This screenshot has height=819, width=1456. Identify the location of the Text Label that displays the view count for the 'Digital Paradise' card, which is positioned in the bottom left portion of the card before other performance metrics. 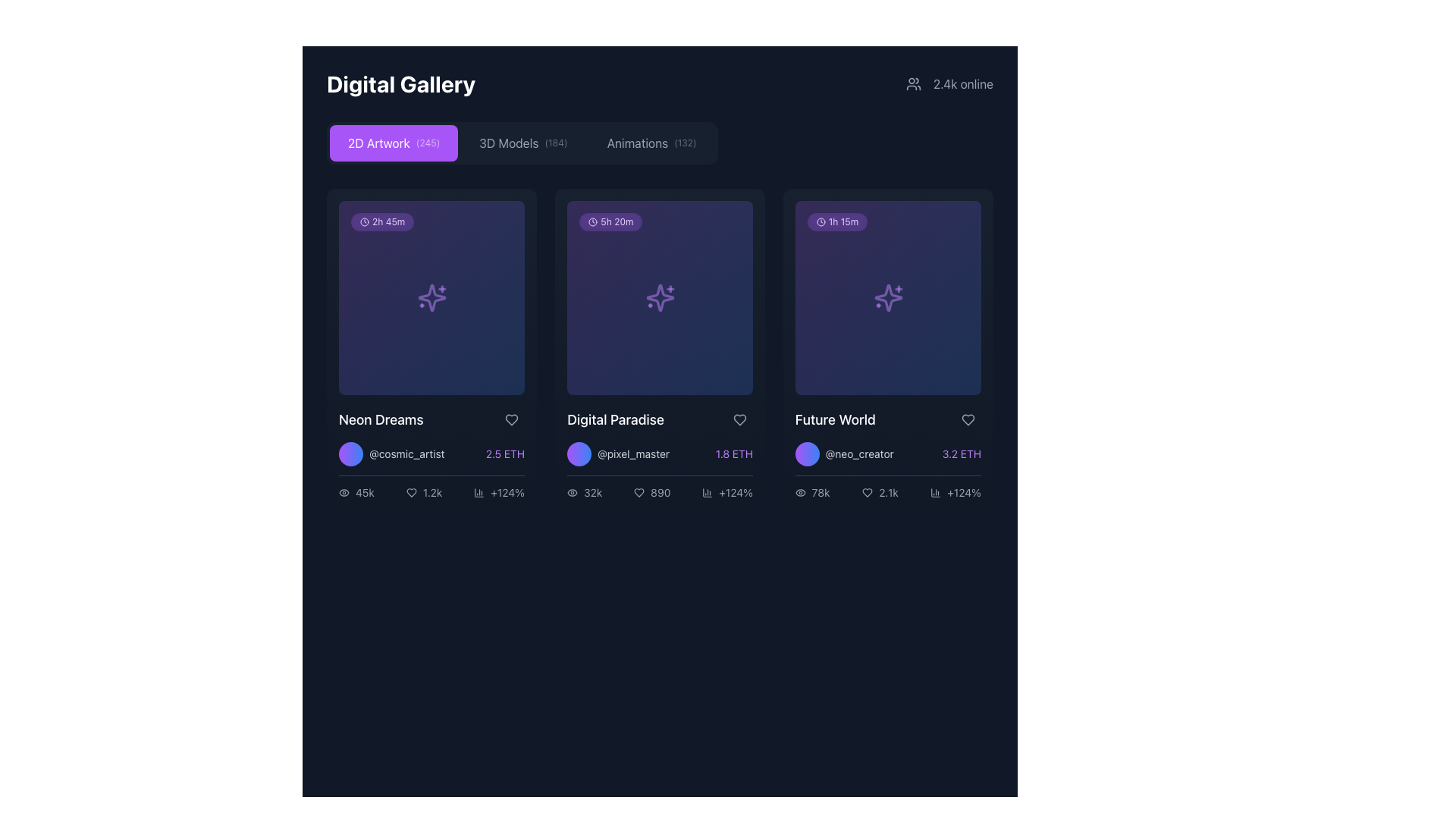
(584, 493).